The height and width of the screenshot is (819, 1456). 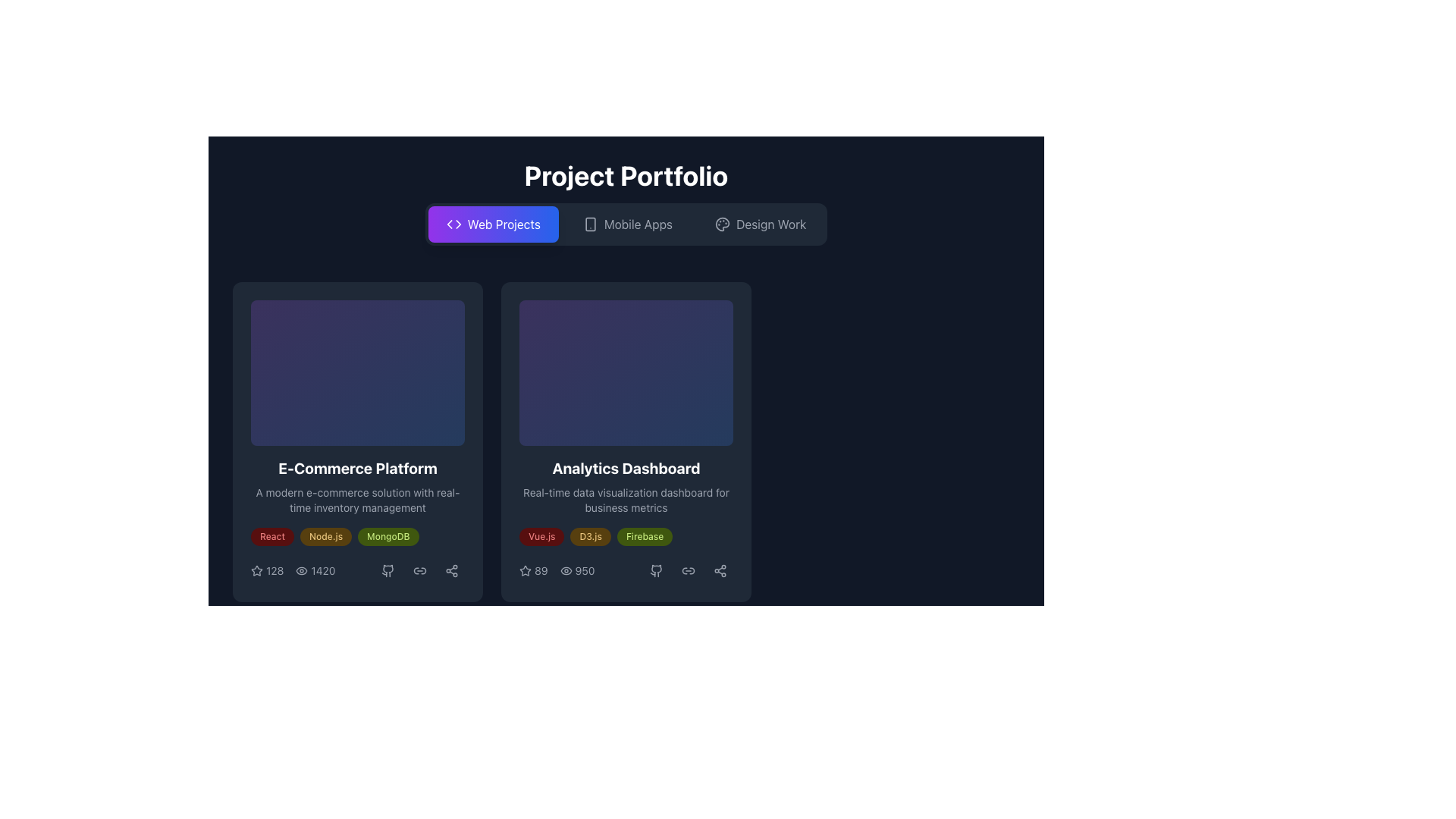 What do you see at coordinates (356, 500) in the screenshot?
I see `text paragraph styled with a small, gray font located below the 'E-Commerce Platform' header` at bounding box center [356, 500].